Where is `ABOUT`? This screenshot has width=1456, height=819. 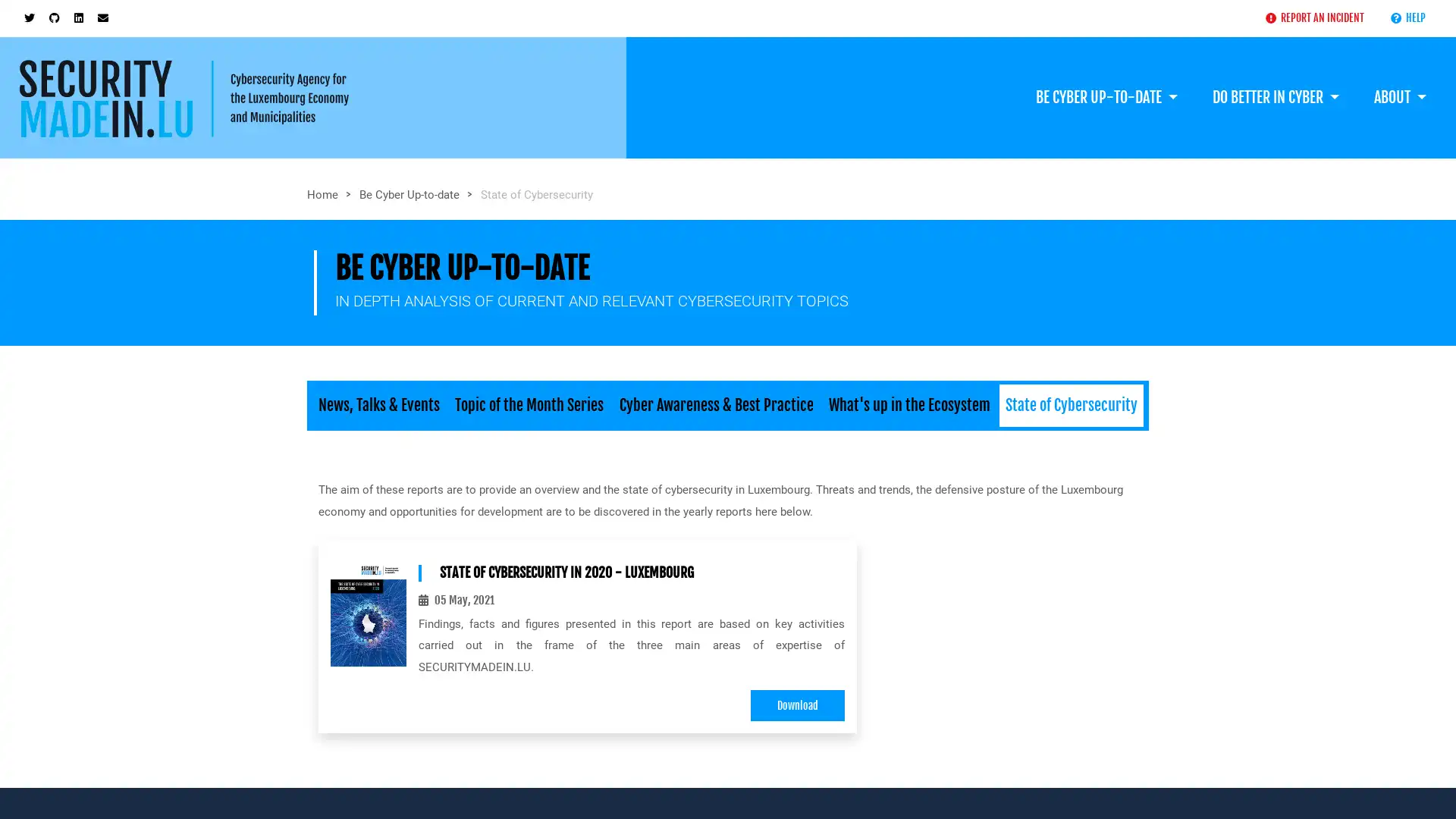 ABOUT is located at coordinates (1399, 82).